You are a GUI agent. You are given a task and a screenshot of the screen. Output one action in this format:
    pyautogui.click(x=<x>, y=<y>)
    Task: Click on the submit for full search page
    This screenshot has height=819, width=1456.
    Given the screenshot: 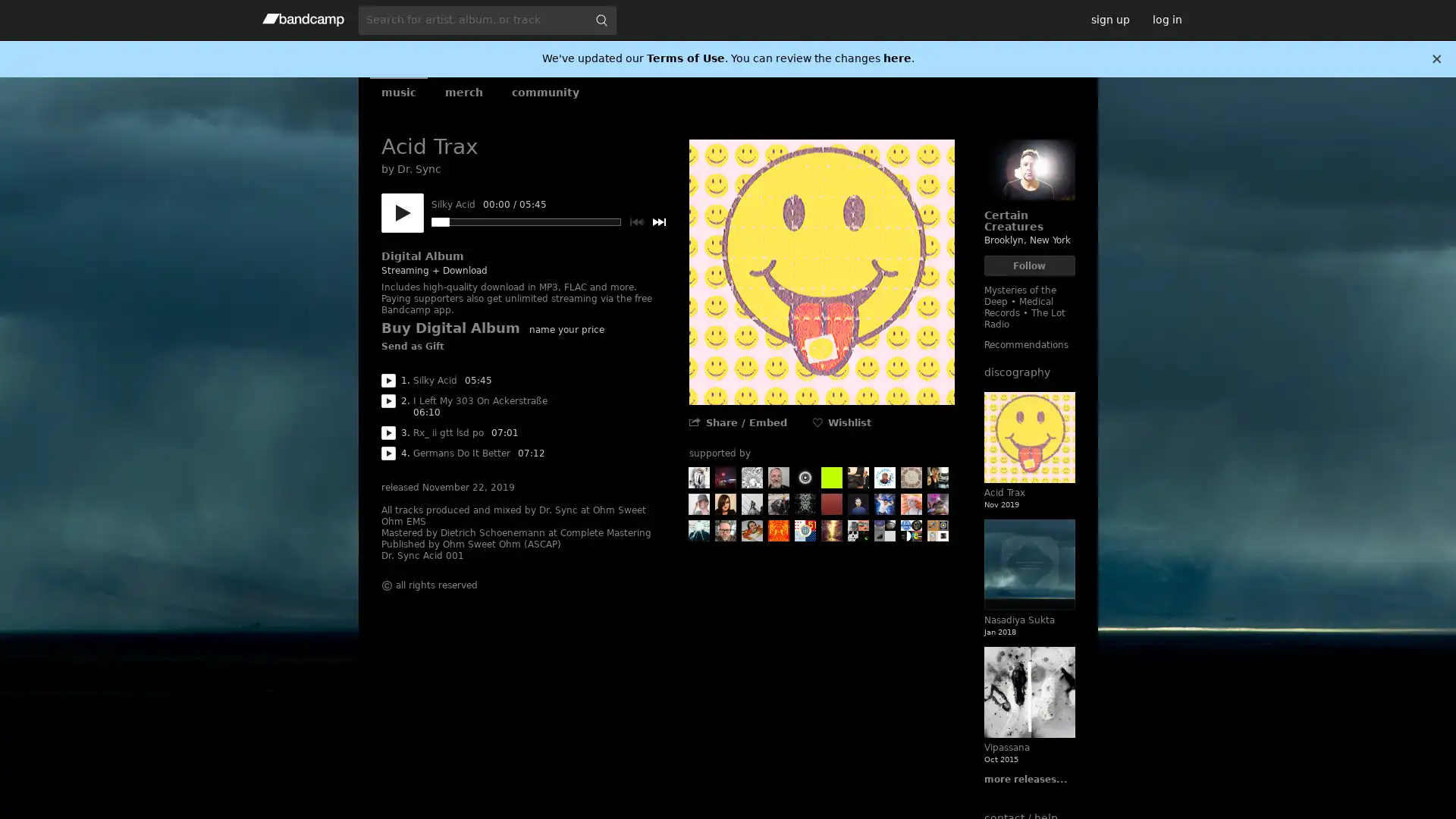 What is the action you would take?
    pyautogui.click(x=600, y=20)
    